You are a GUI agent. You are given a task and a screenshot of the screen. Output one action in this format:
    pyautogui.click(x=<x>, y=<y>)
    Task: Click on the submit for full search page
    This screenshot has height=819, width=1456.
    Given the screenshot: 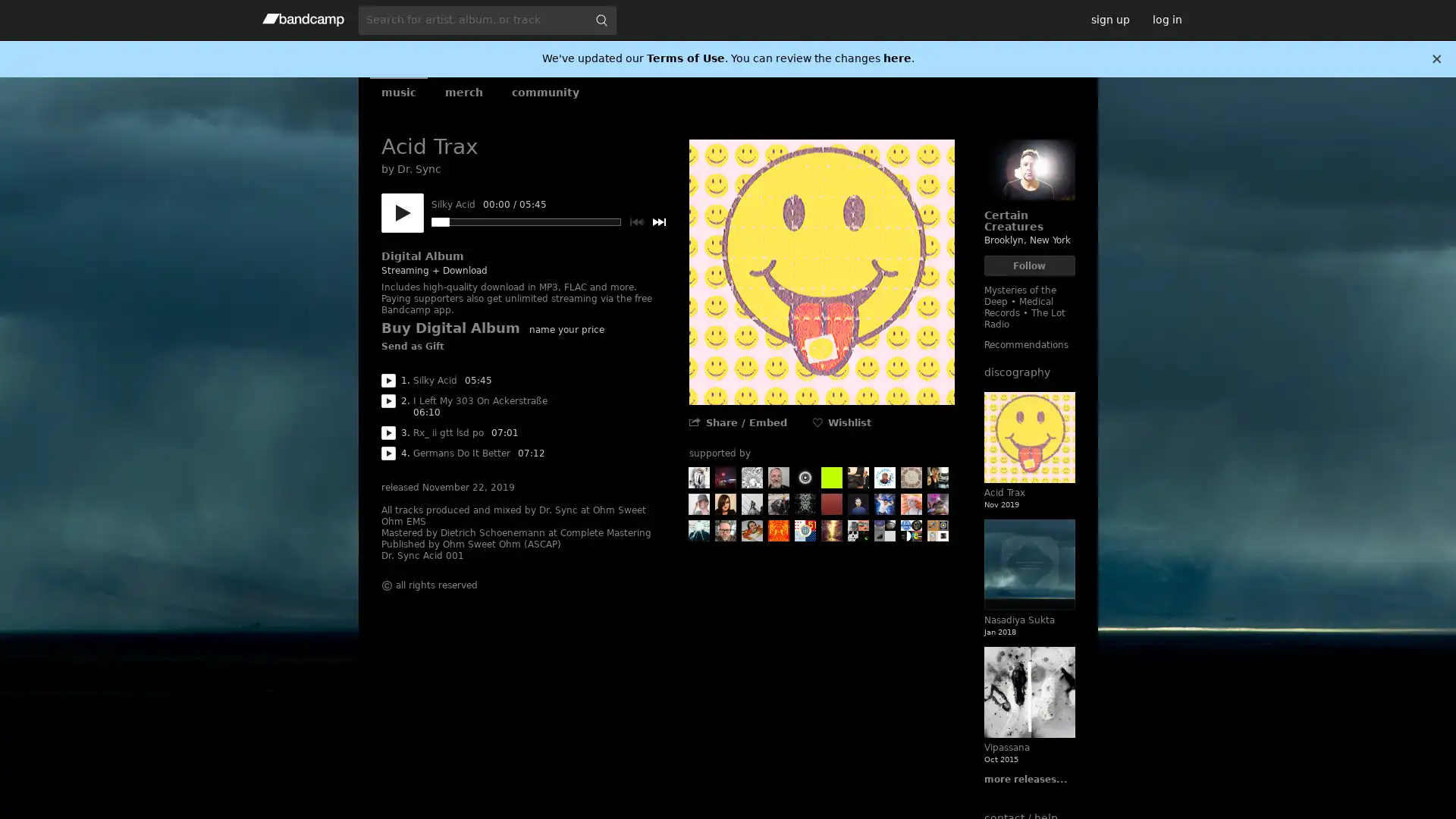 What is the action you would take?
    pyautogui.click(x=600, y=20)
    